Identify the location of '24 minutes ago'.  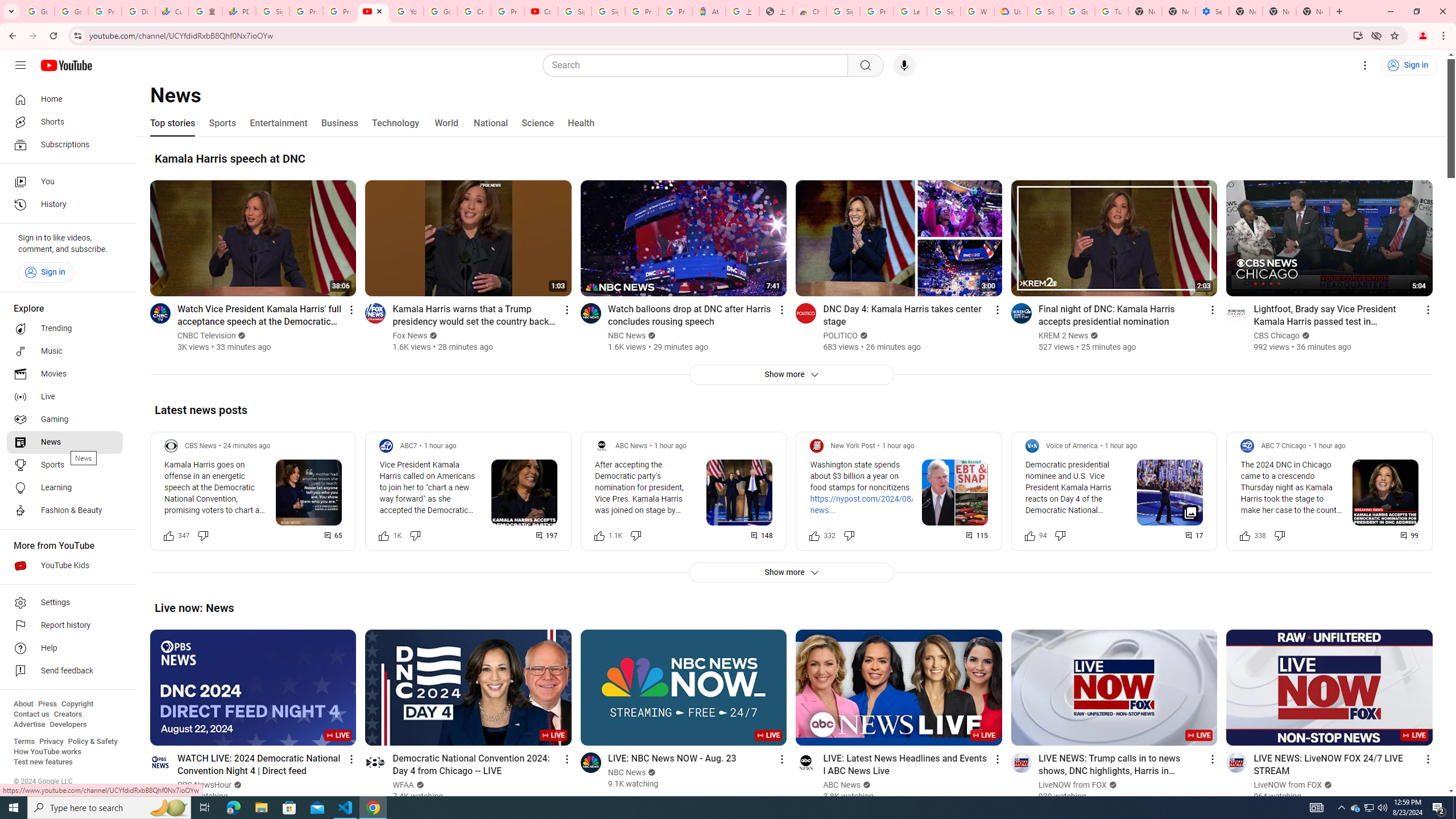
(246, 446).